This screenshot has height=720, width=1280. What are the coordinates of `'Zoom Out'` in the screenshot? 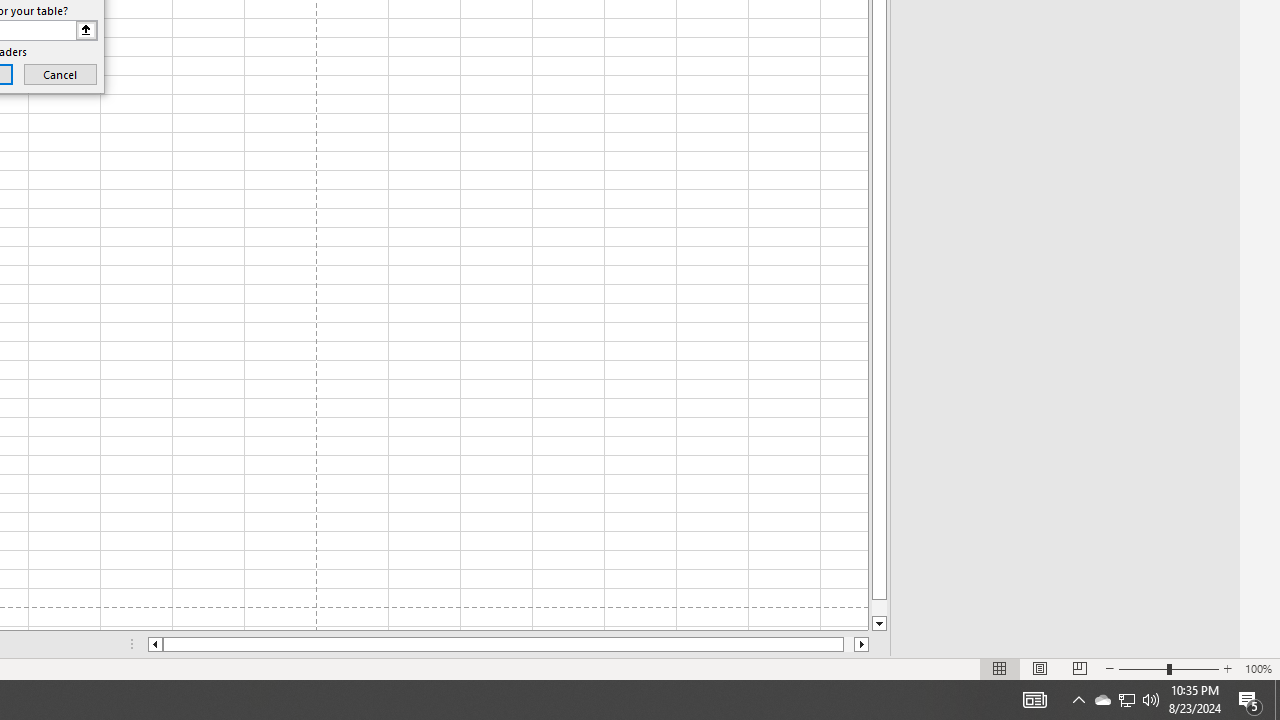 It's located at (1143, 669).